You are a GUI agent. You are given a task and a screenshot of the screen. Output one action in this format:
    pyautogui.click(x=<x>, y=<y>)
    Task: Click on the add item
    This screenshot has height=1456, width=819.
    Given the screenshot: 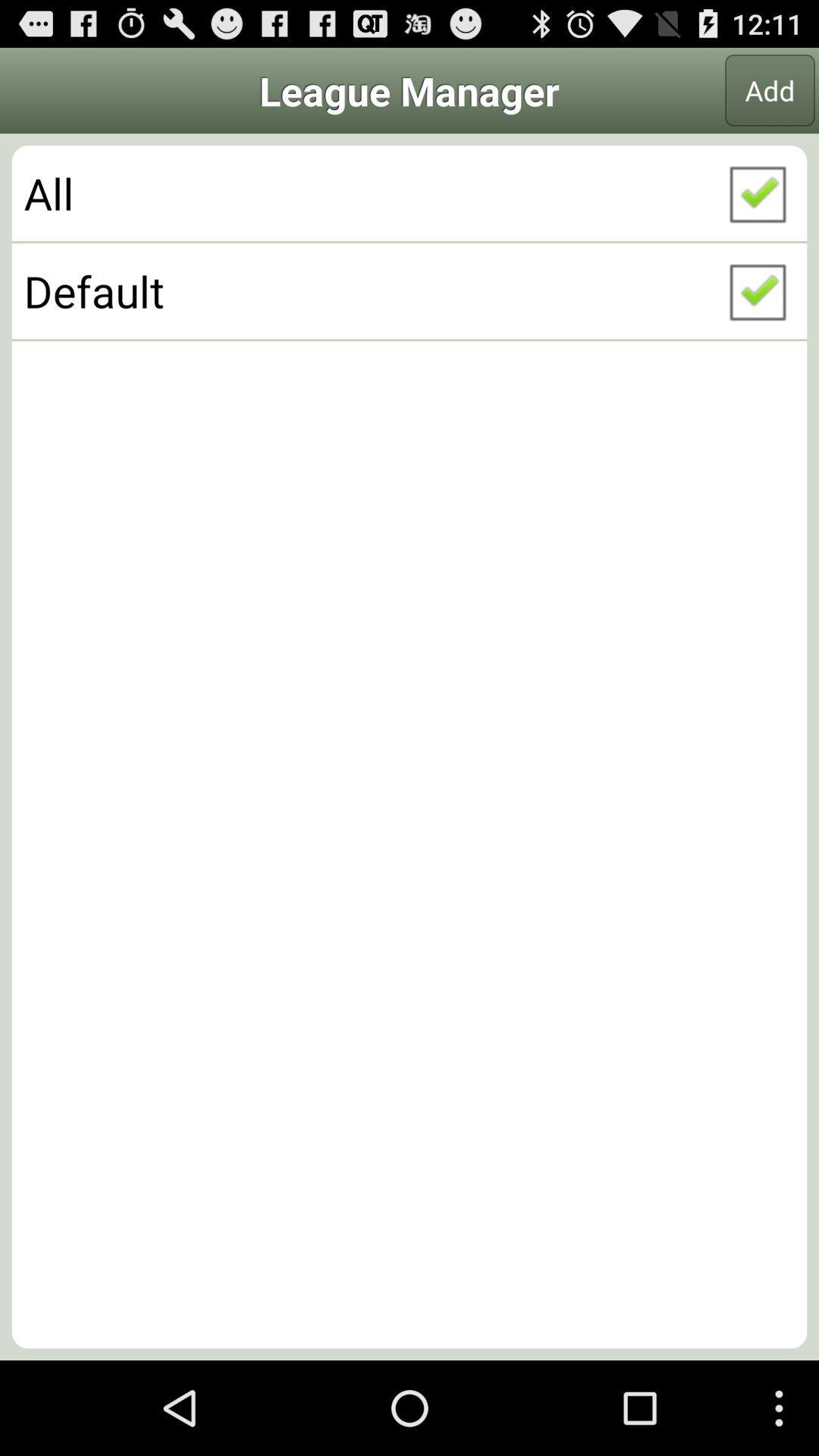 What is the action you would take?
    pyautogui.click(x=770, y=89)
    